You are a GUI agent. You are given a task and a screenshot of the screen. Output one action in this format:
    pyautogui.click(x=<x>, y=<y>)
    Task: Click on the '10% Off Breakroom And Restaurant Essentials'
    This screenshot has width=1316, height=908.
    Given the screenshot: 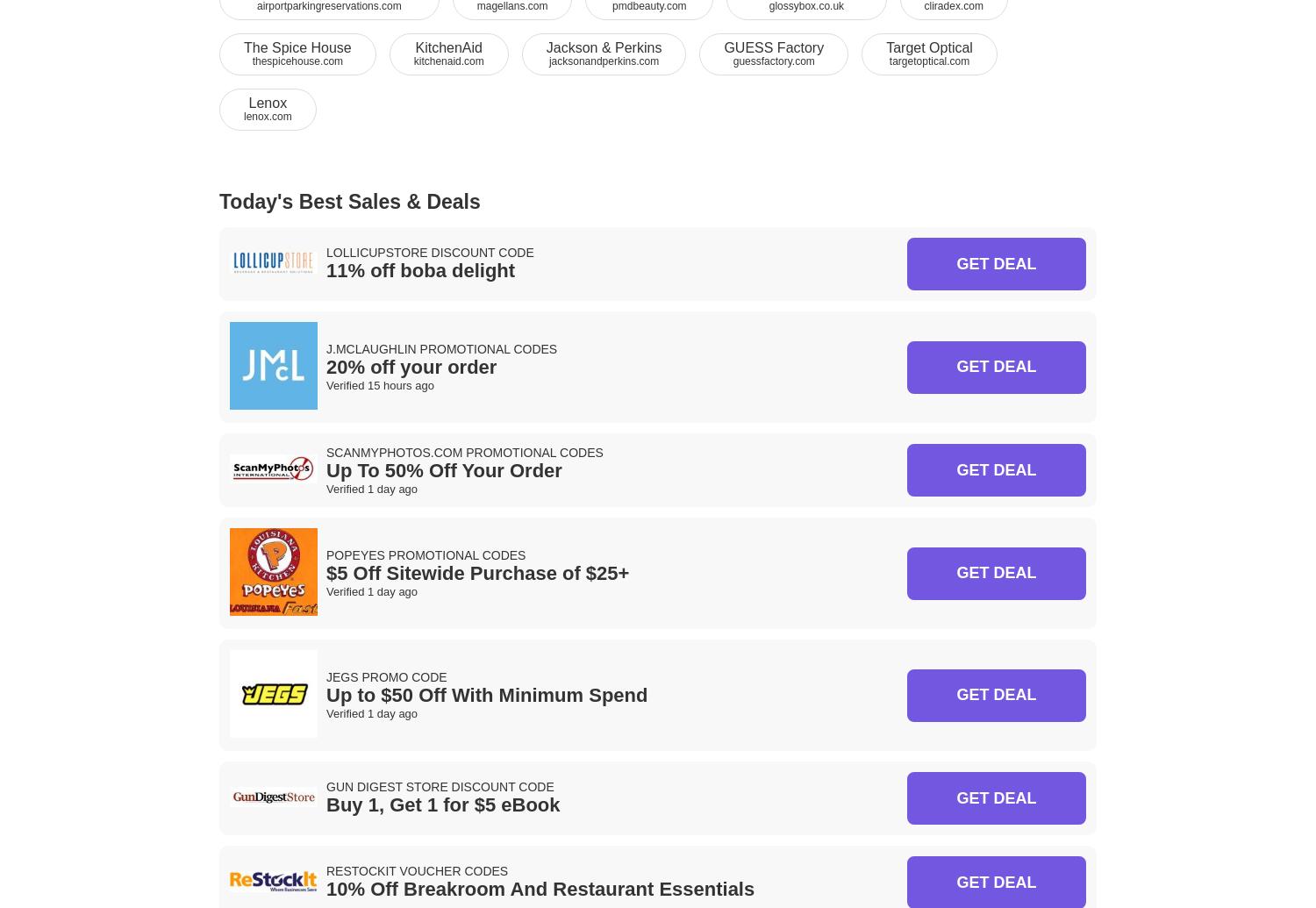 What is the action you would take?
    pyautogui.click(x=540, y=888)
    